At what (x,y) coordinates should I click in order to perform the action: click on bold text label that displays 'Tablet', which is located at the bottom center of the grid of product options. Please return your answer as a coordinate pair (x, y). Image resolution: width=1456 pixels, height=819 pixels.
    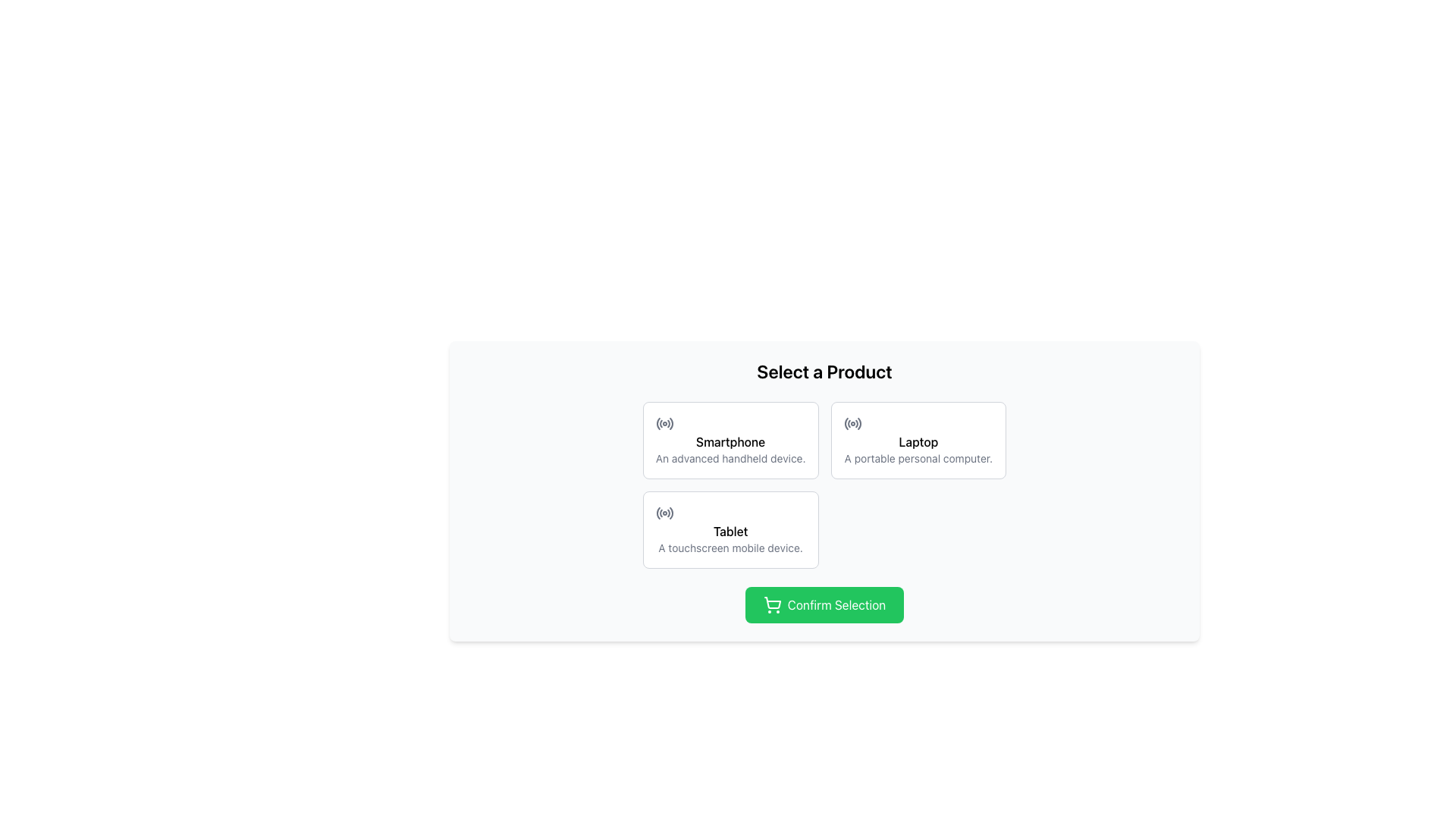
    Looking at the image, I should click on (730, 531).